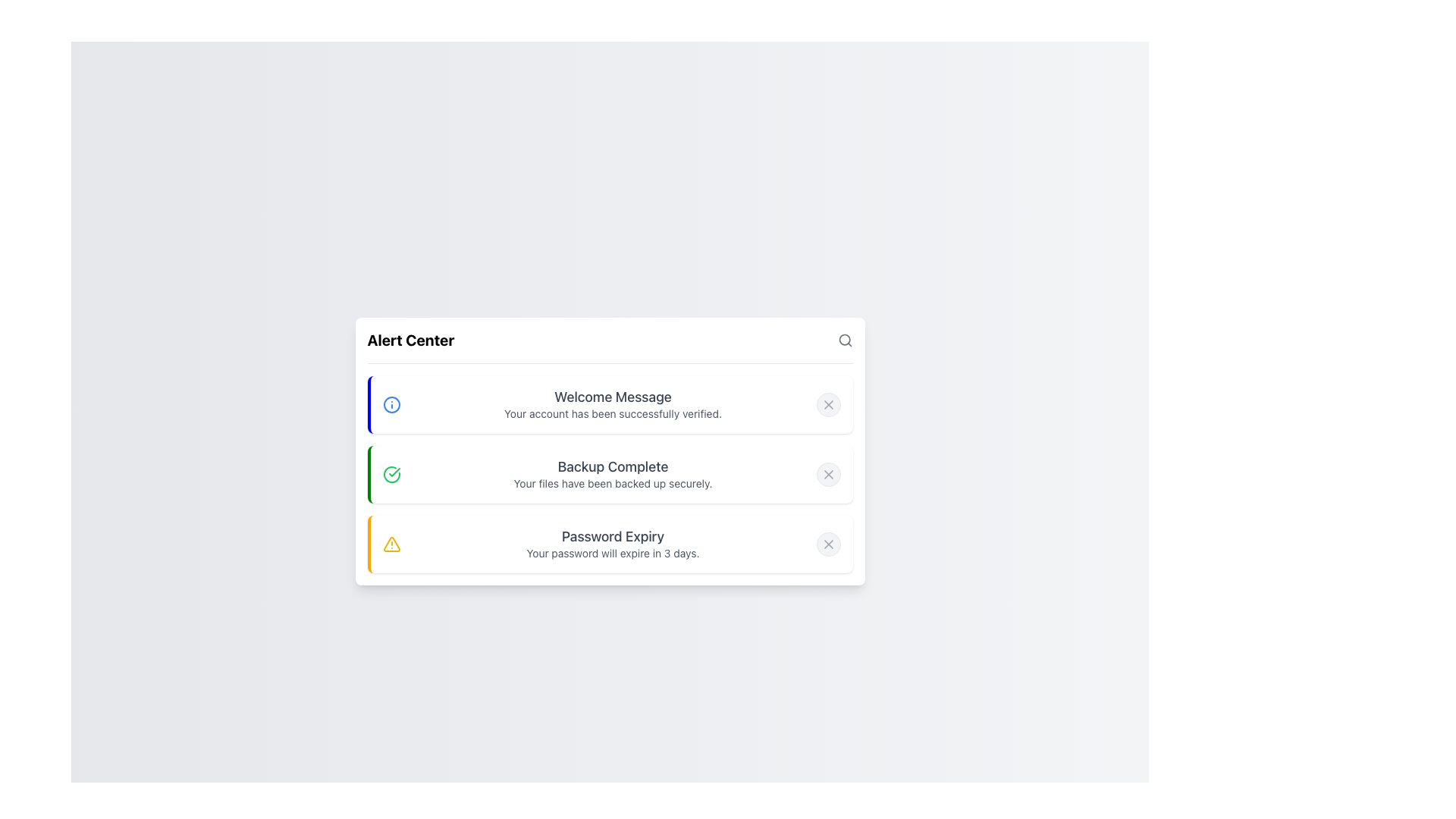  I want to click on the close button with a light gray background and a gray 'X' icon located in the 'Password Expiry' section of the notification list to change its background color, so click(827, 543).